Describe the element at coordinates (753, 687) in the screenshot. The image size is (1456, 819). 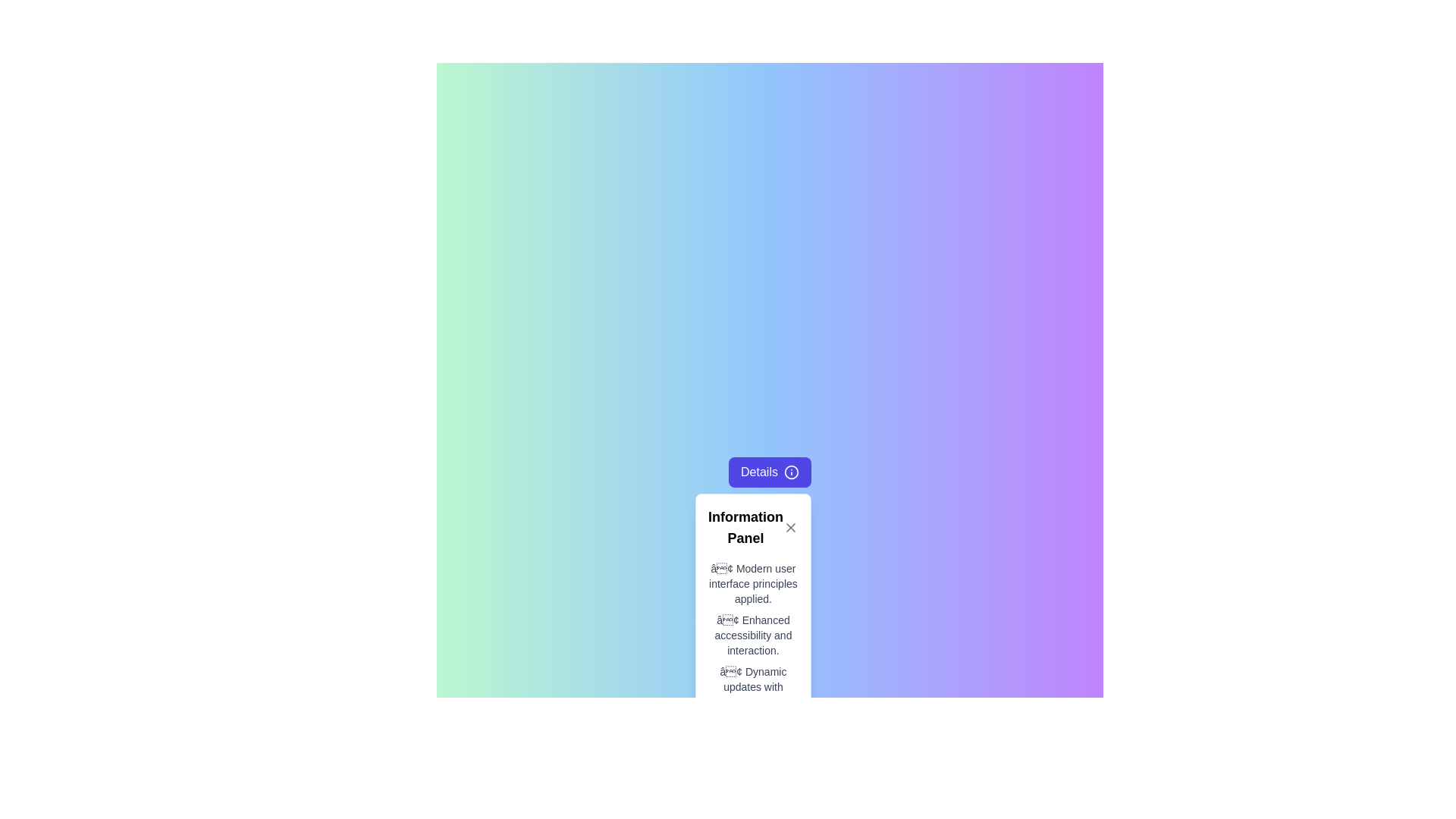
I see `the third bullet point in the 'Information Panel' card that contains the text 'Dynamic updates with smooth transitions'` at that location.